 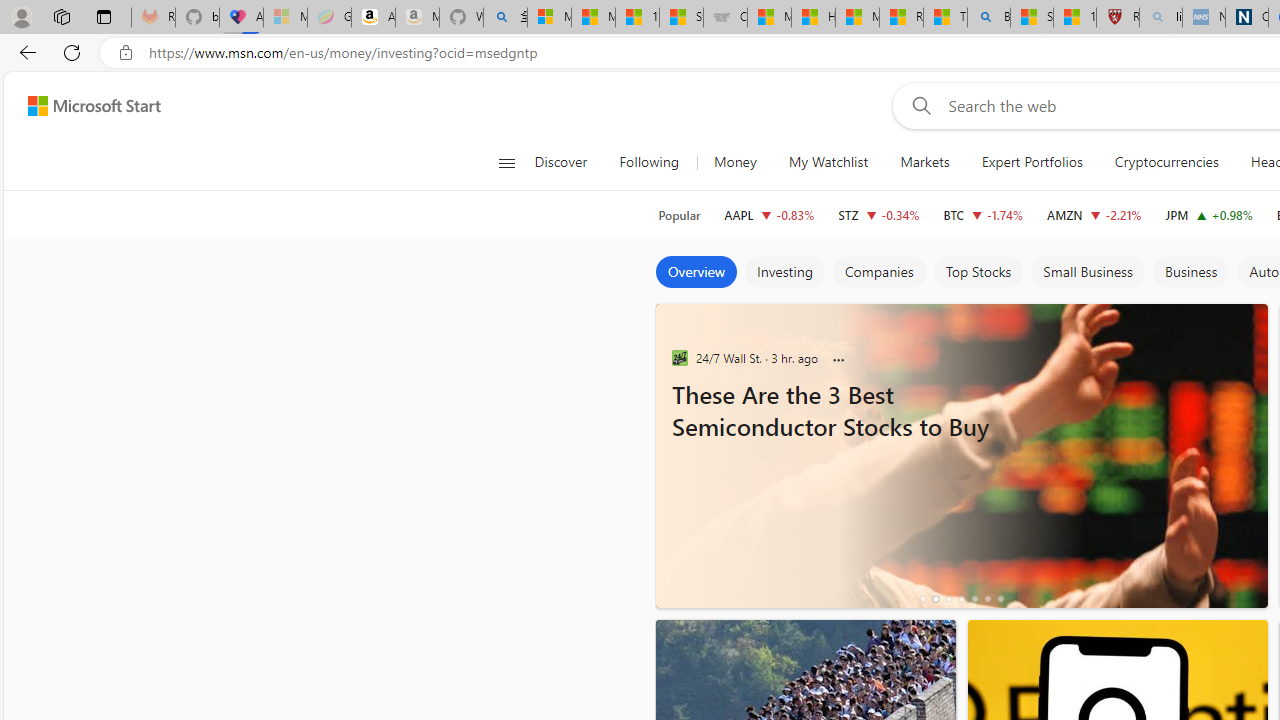 I want to click on 'AMZN AMAZON.COM, INC. decrease 176.13 -3.98 -2.21%', so click(x=1094, y=214).